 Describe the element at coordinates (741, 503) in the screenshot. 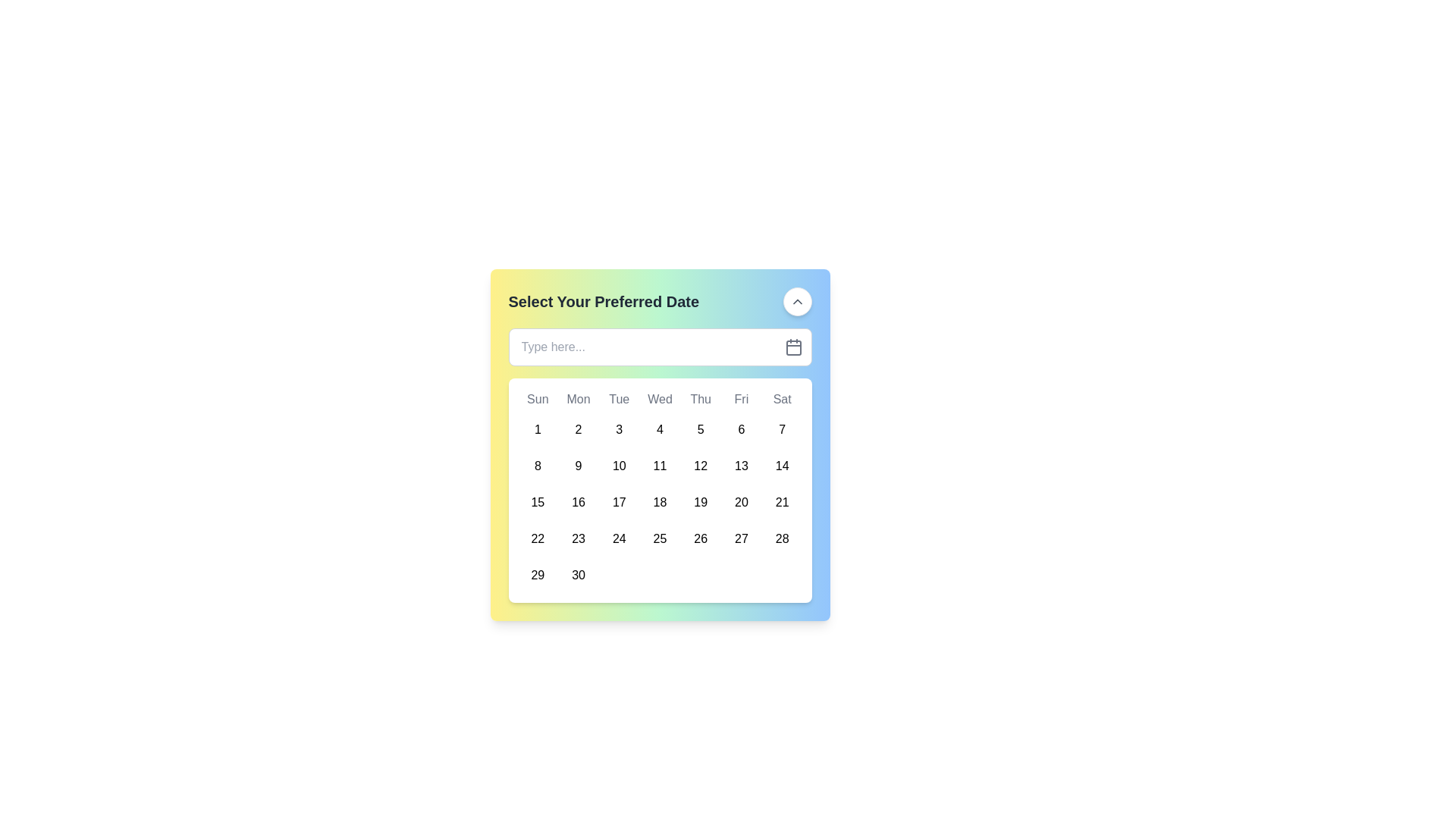

I see `the button representing the date '20' in the calendar for accessibility purposes` at that location.